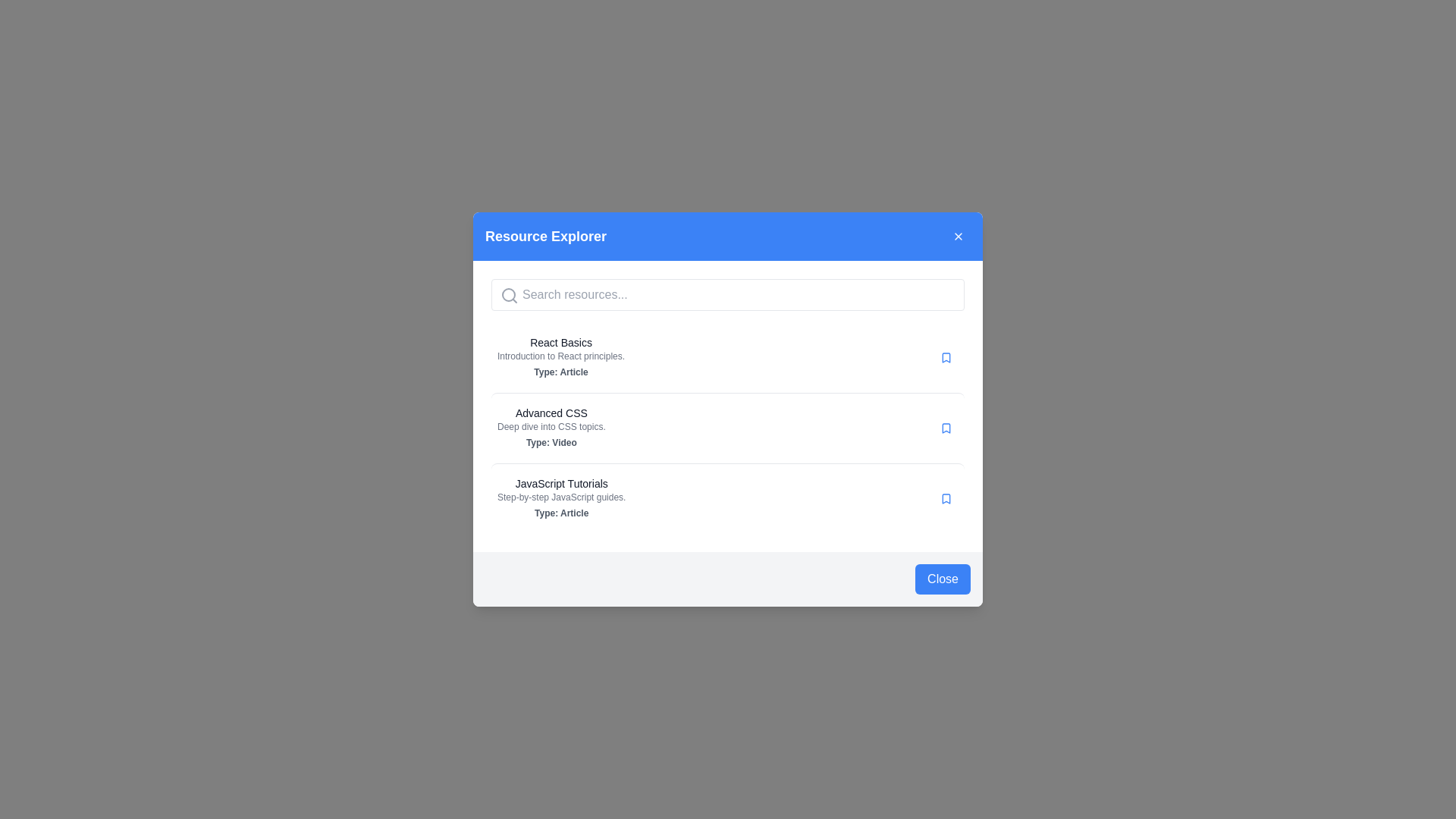  What do you see at coordinates (946, 428) in the screenshot?
I see `the bookmark-shaped icon located at the far right of the 'Advanced CSS' entry in the list` at bounding box center [946, 428].